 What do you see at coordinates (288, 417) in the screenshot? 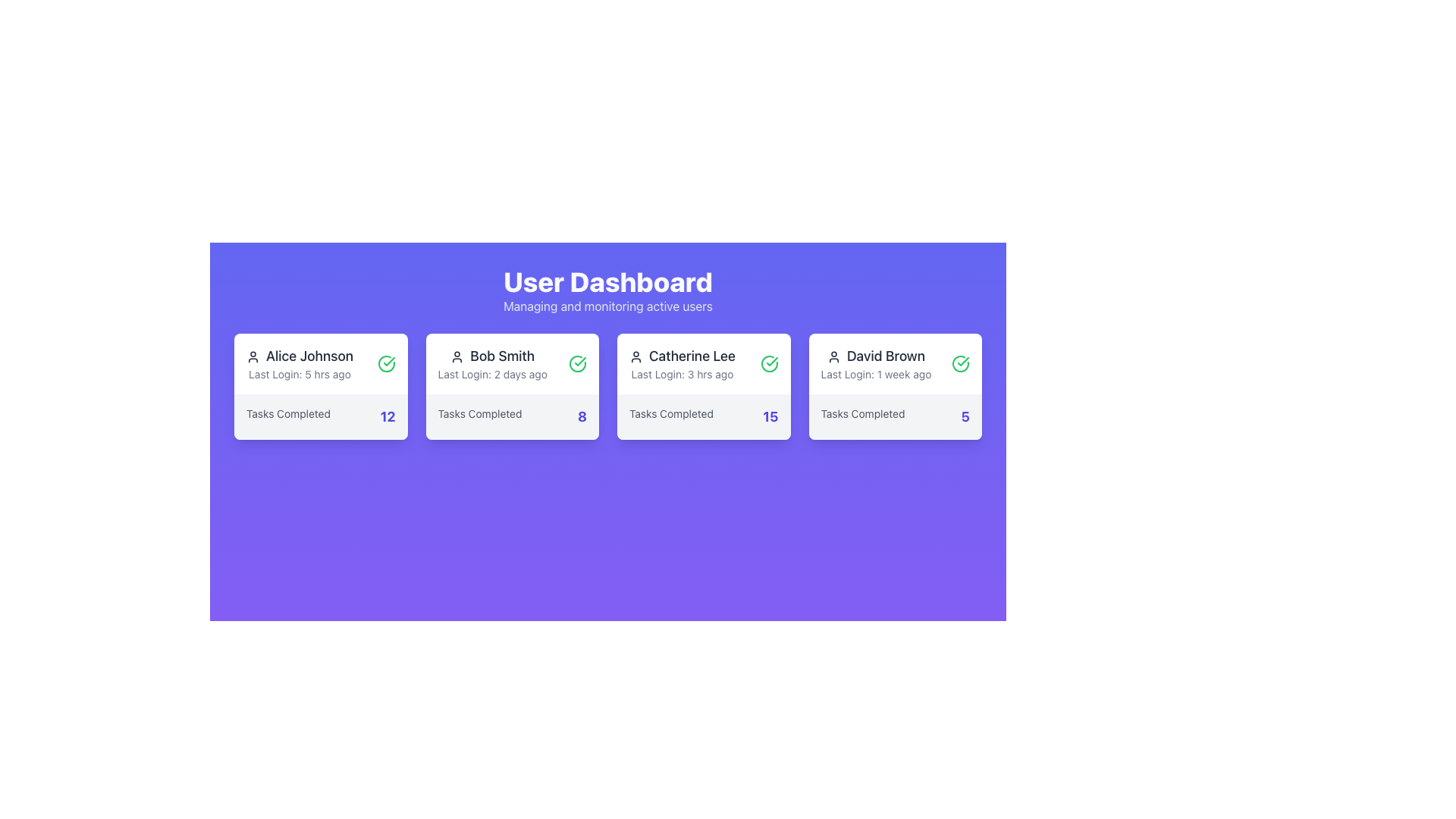
I see `text label that provides context to the number of tasks completed, located in the leftmost user information card in the dashboard interface, centered horizontally near the bottom of the card` at bounding box center [288, 417].